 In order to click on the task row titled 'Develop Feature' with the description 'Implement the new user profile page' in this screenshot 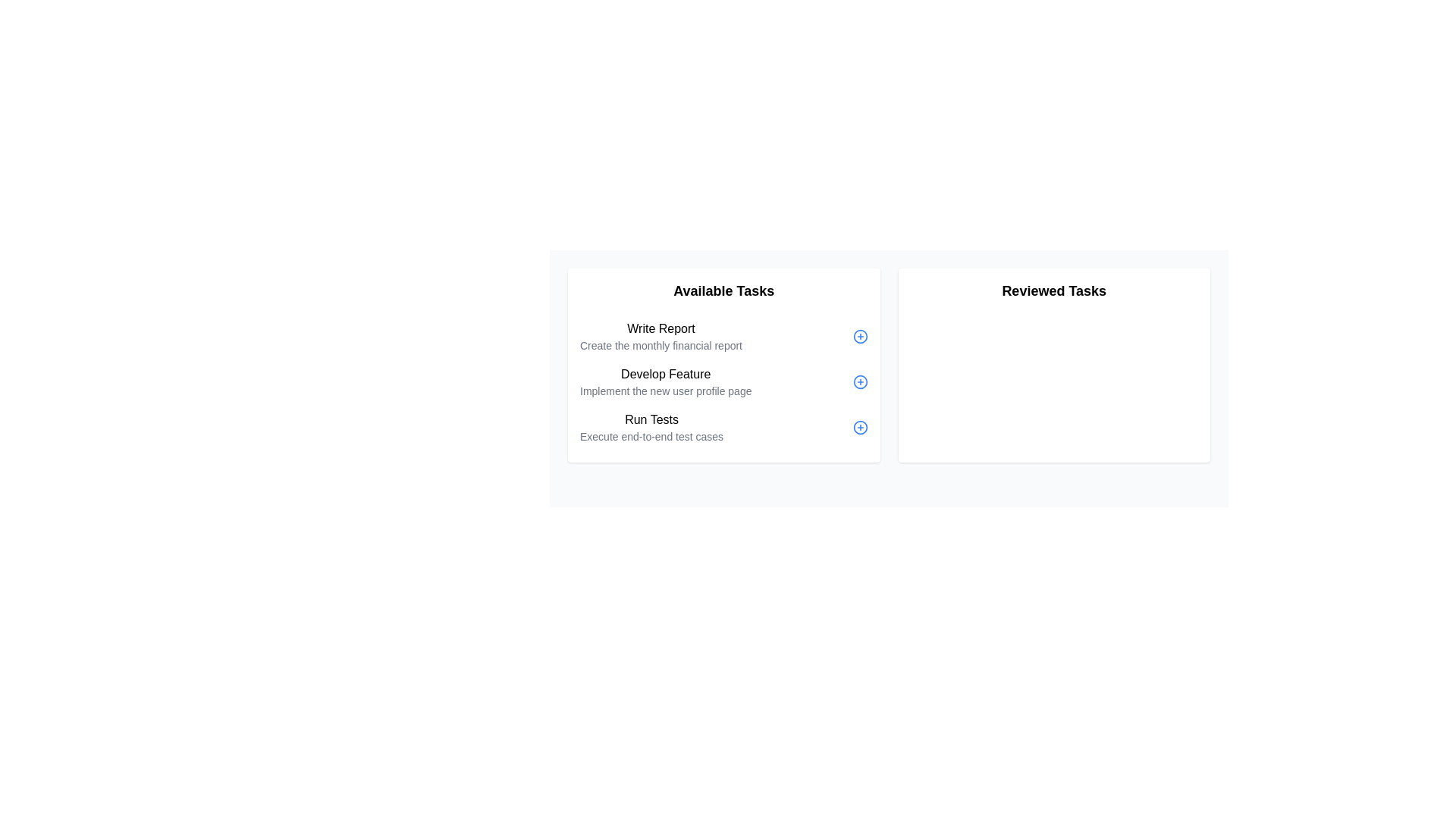, I will do `click(723, 381)`.